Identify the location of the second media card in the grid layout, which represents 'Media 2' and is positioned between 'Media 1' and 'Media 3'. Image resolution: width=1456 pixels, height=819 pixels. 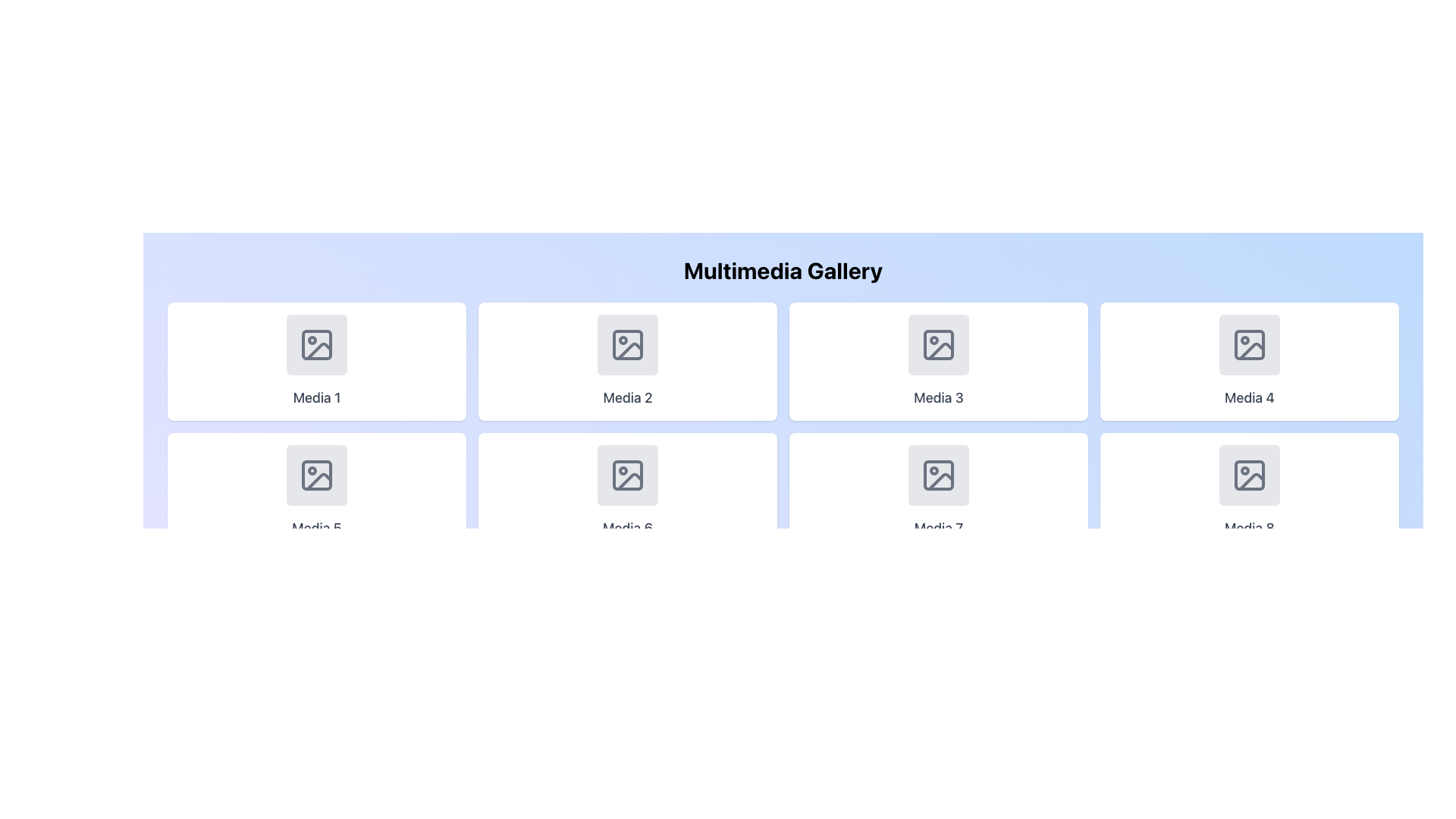
(628, 362).